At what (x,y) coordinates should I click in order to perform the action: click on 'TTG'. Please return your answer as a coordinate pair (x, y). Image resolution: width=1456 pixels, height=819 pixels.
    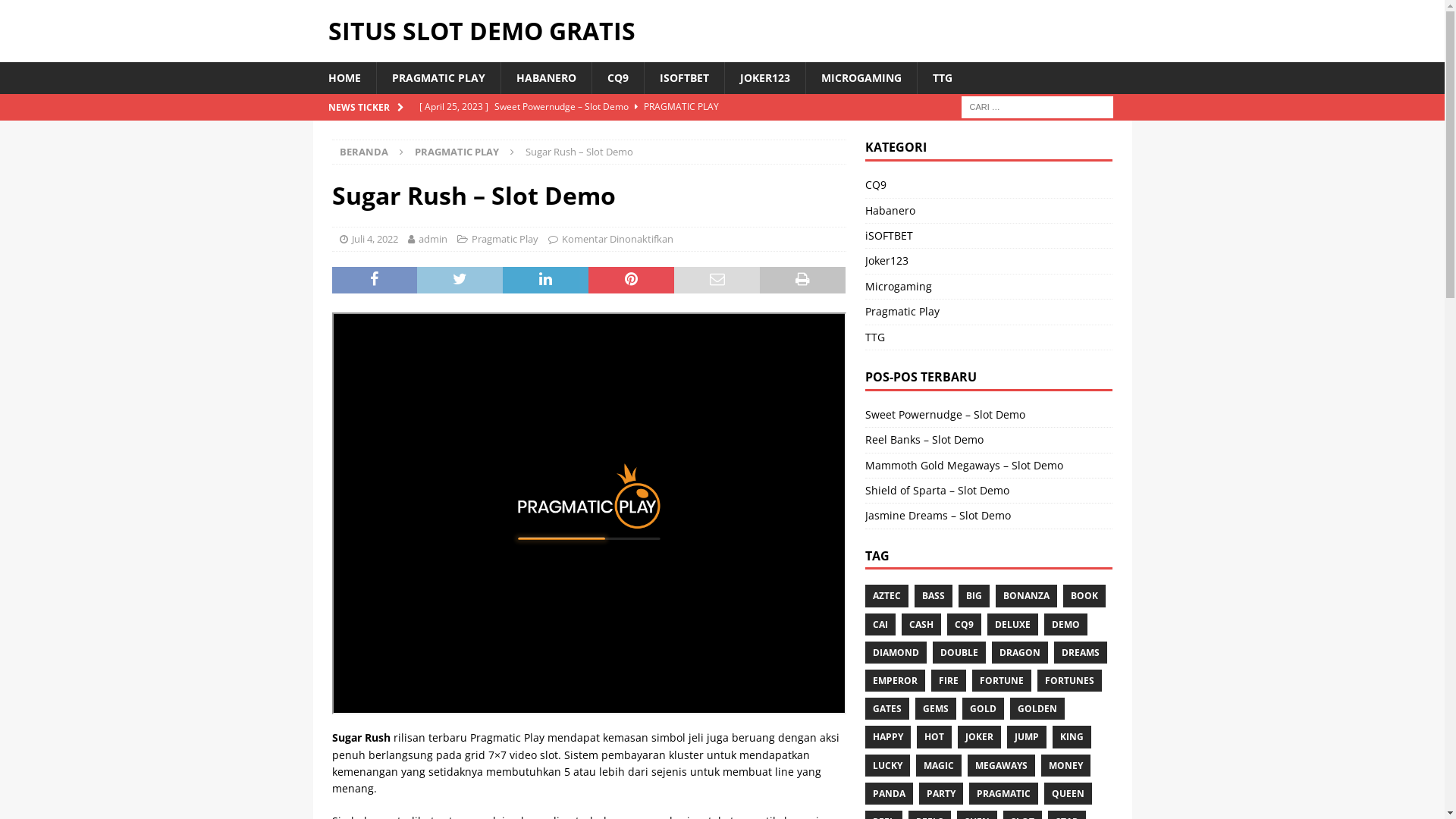
    Looking at the image, I should click on (865, 336).